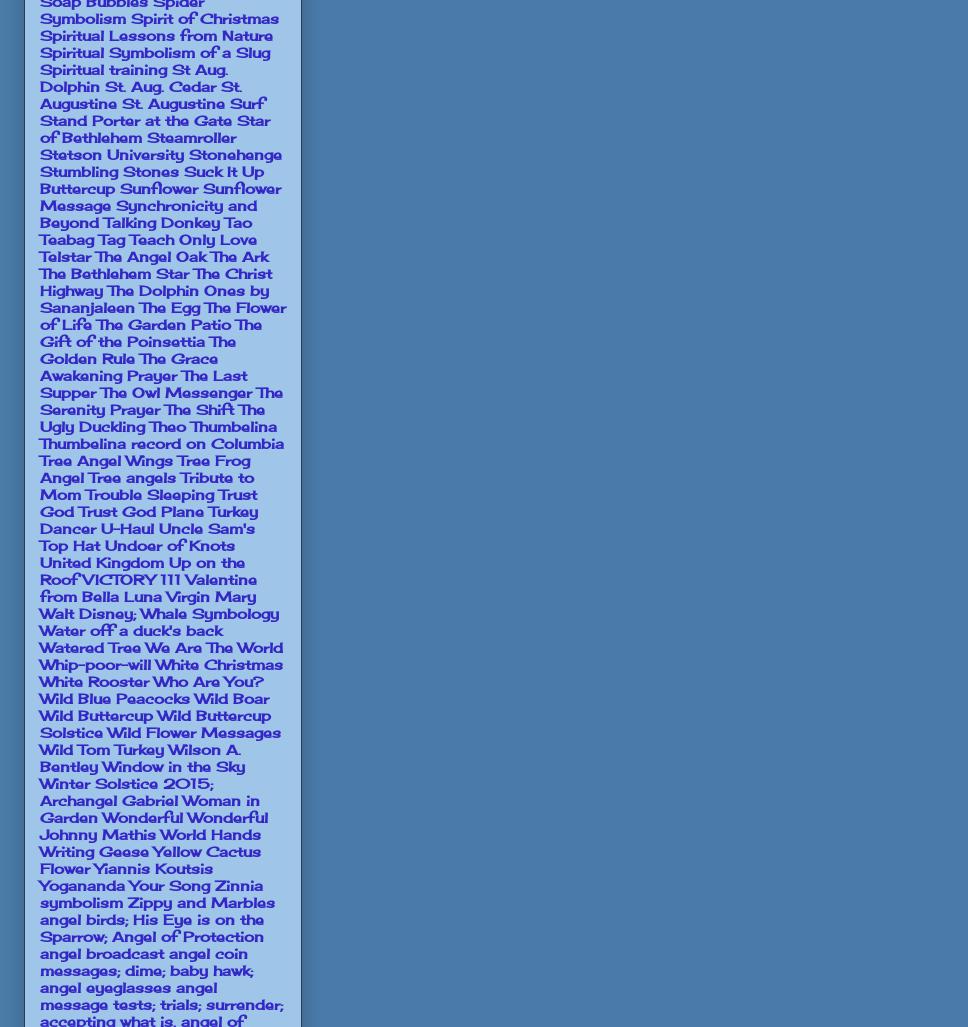  What do you see at coordinates (150, 255) in the screenshot?
I see `'The Angel Oak'` at bounding box center [150, 255].